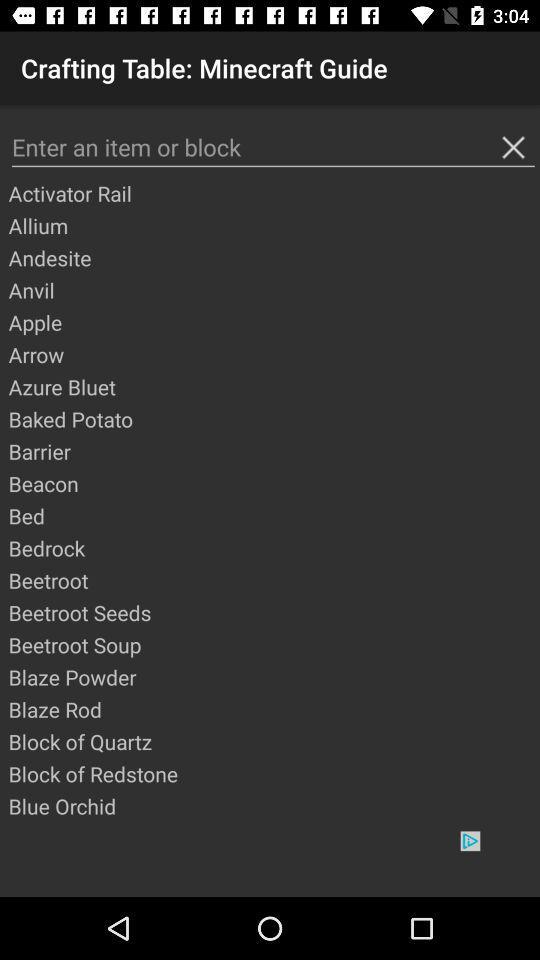  What do you see at coordinates (513, 146) in the screenshot?
I see `the window` at bounding box center [513, 146].